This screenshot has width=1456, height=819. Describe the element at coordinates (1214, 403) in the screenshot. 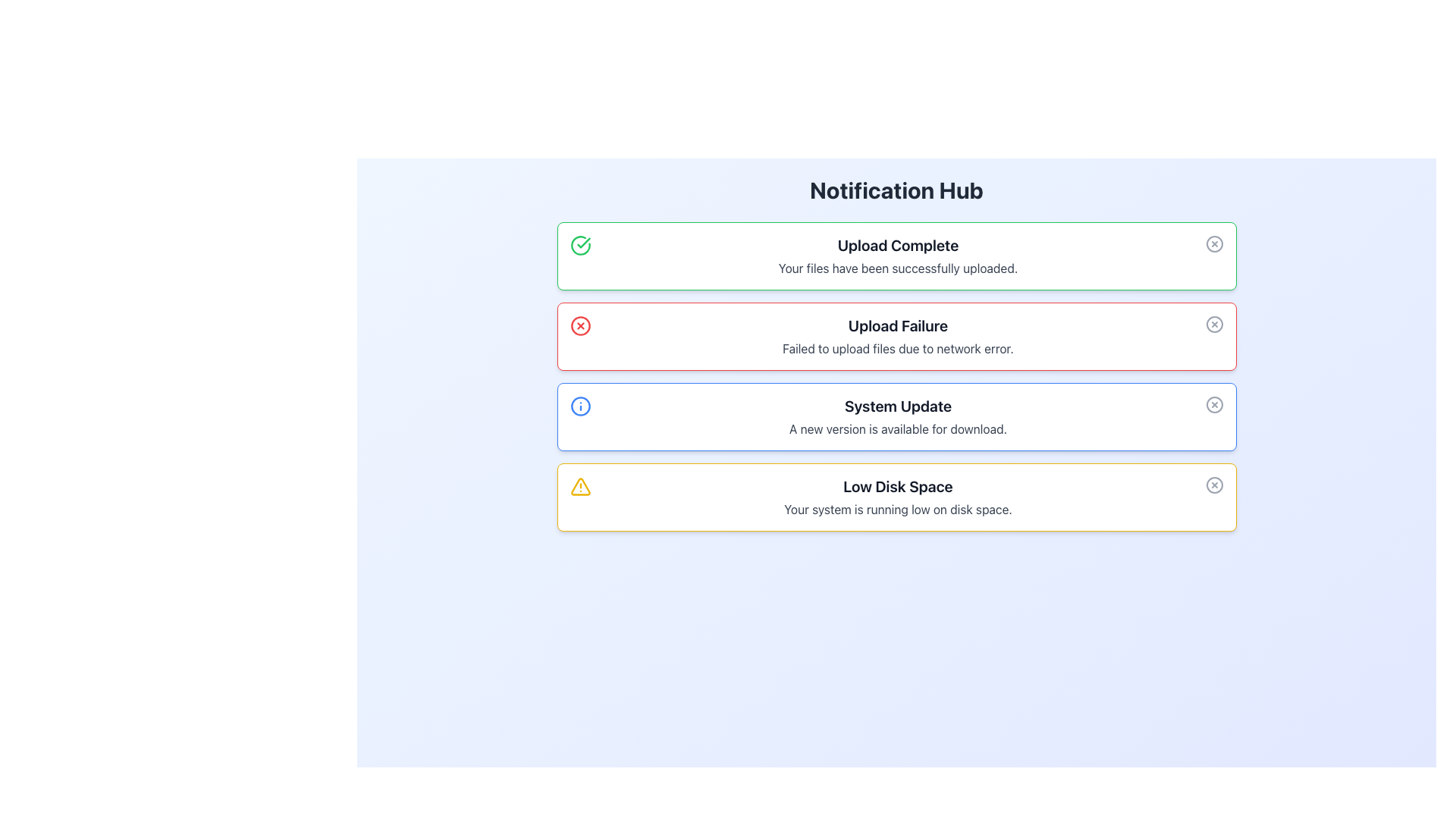

I see `the close button of the 'System Update' notification box to change its appearance` at that location.